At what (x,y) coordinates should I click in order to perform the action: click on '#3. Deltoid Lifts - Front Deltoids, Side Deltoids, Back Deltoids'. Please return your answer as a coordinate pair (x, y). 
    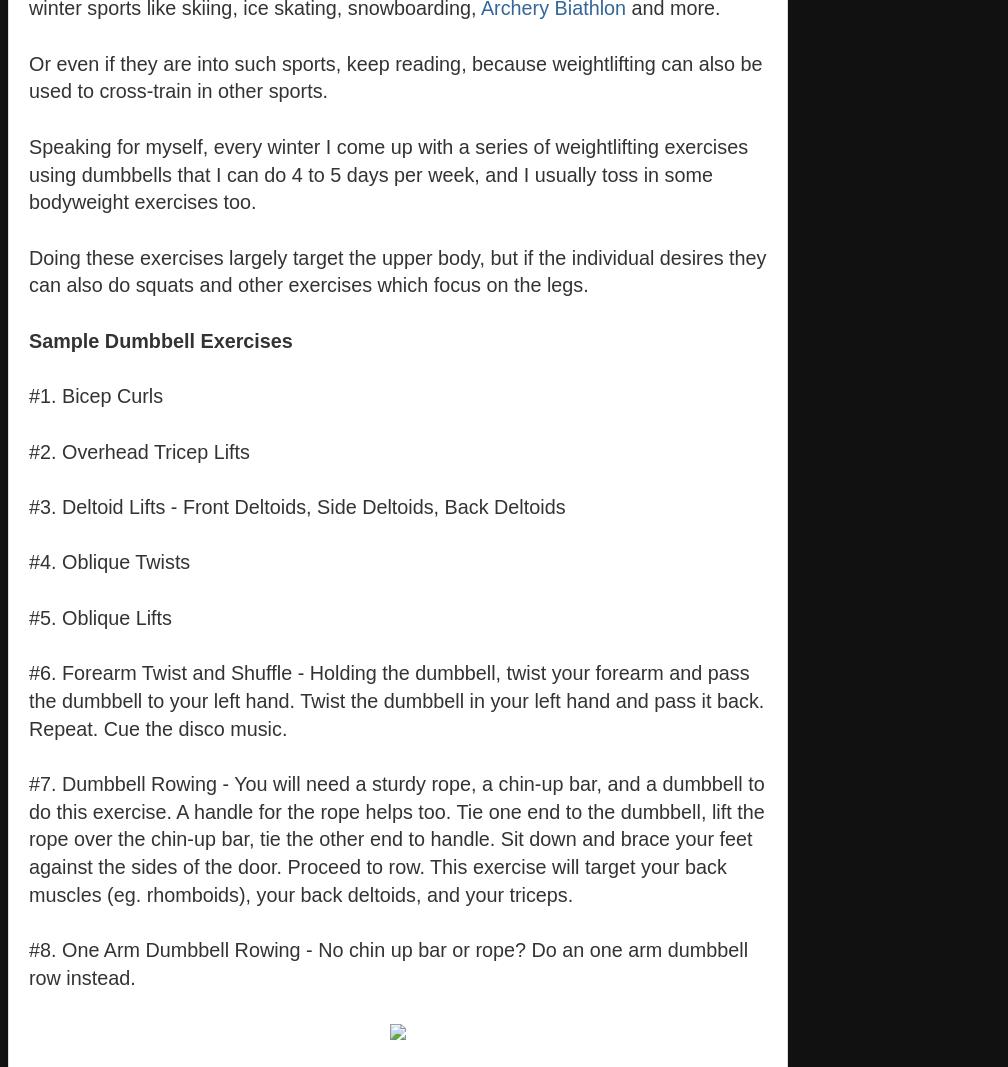
    Looking at the image, I should click on (296, 506).